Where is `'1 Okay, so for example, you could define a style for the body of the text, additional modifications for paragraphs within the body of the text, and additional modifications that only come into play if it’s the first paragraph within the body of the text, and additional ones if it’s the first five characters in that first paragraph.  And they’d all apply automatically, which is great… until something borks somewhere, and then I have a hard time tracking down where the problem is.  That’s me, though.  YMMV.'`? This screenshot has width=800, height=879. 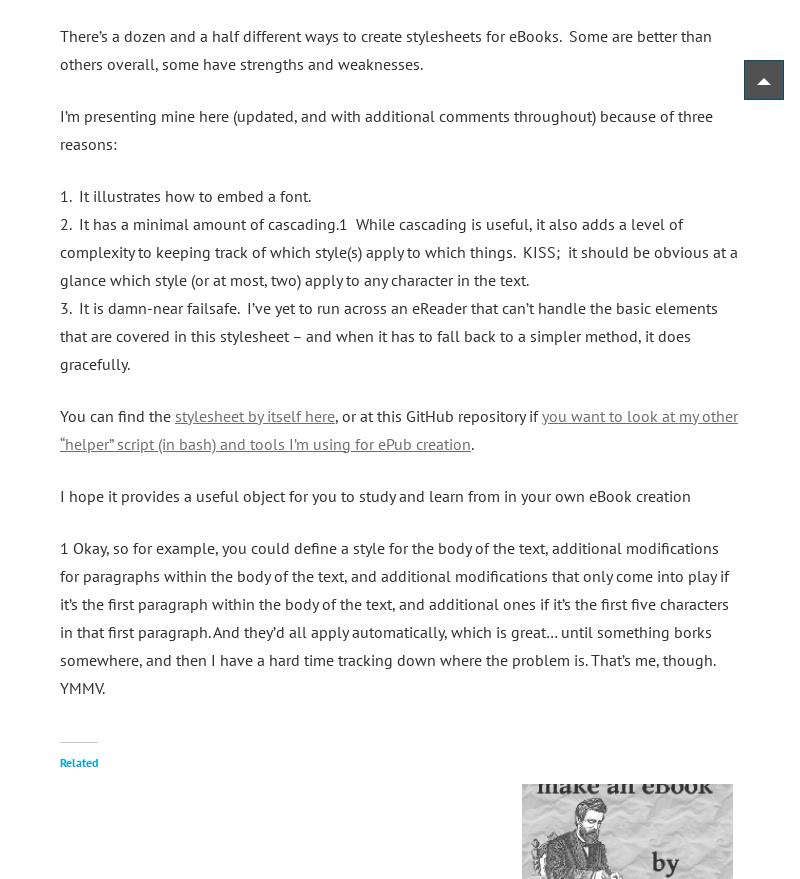
'1 Okay, so for example, you could define a style for the body of the text, additional modifications for paragraphs within the body of the text, and additional modifications that only come into play if it’s the first paragraph within the body of the text, and additional ones if it’s the first five characters in that first paragraph.  And they’d all apply automatically, which is great… until something borks somewhere, and then I have a hard time tracking down where the problem is.  That’s me, though.  YMMV.' is located at coordinates (59, 616).